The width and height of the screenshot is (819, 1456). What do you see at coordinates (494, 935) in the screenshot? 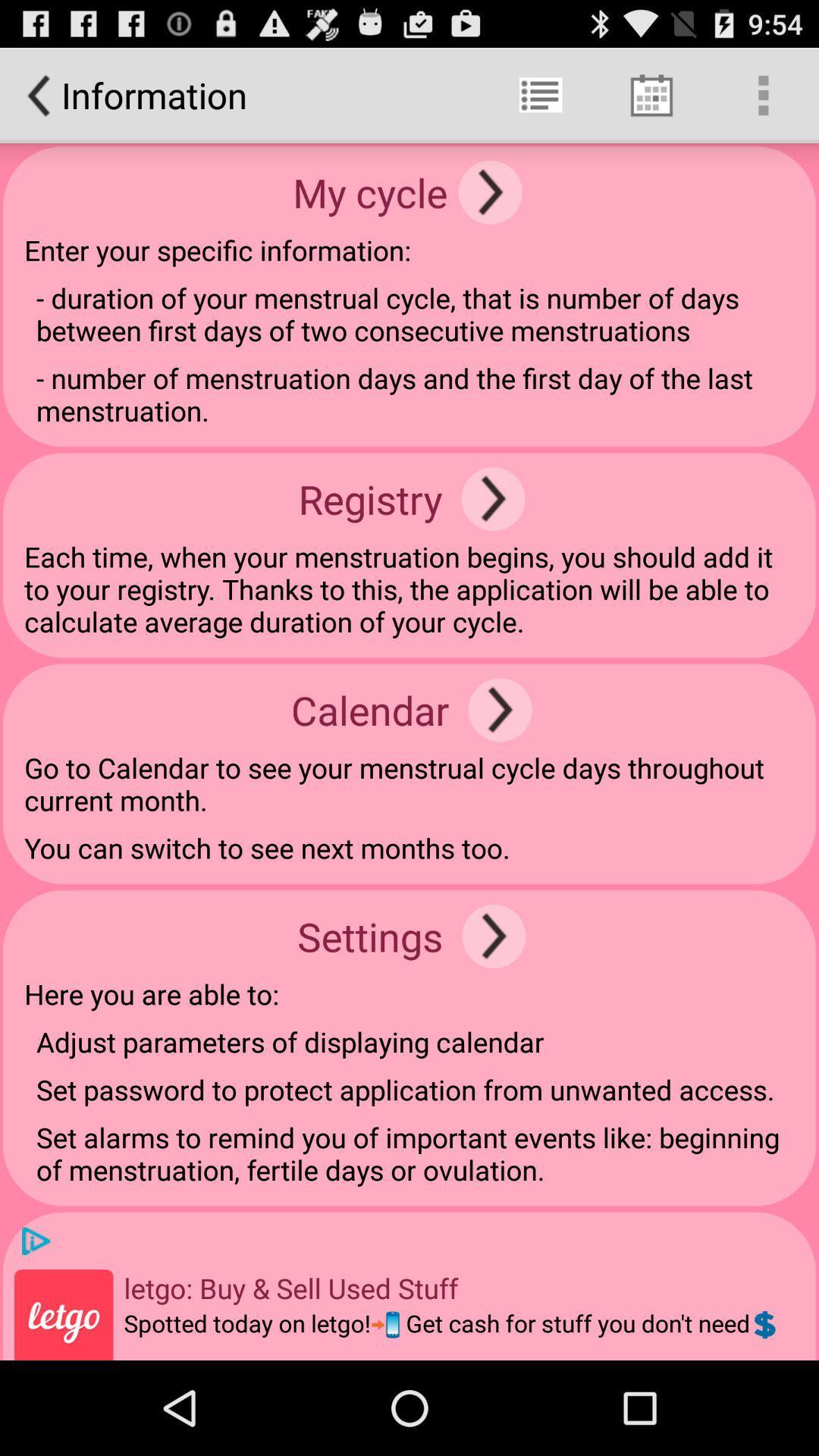
I see `app next to settings` at bounding box center [494, 935].